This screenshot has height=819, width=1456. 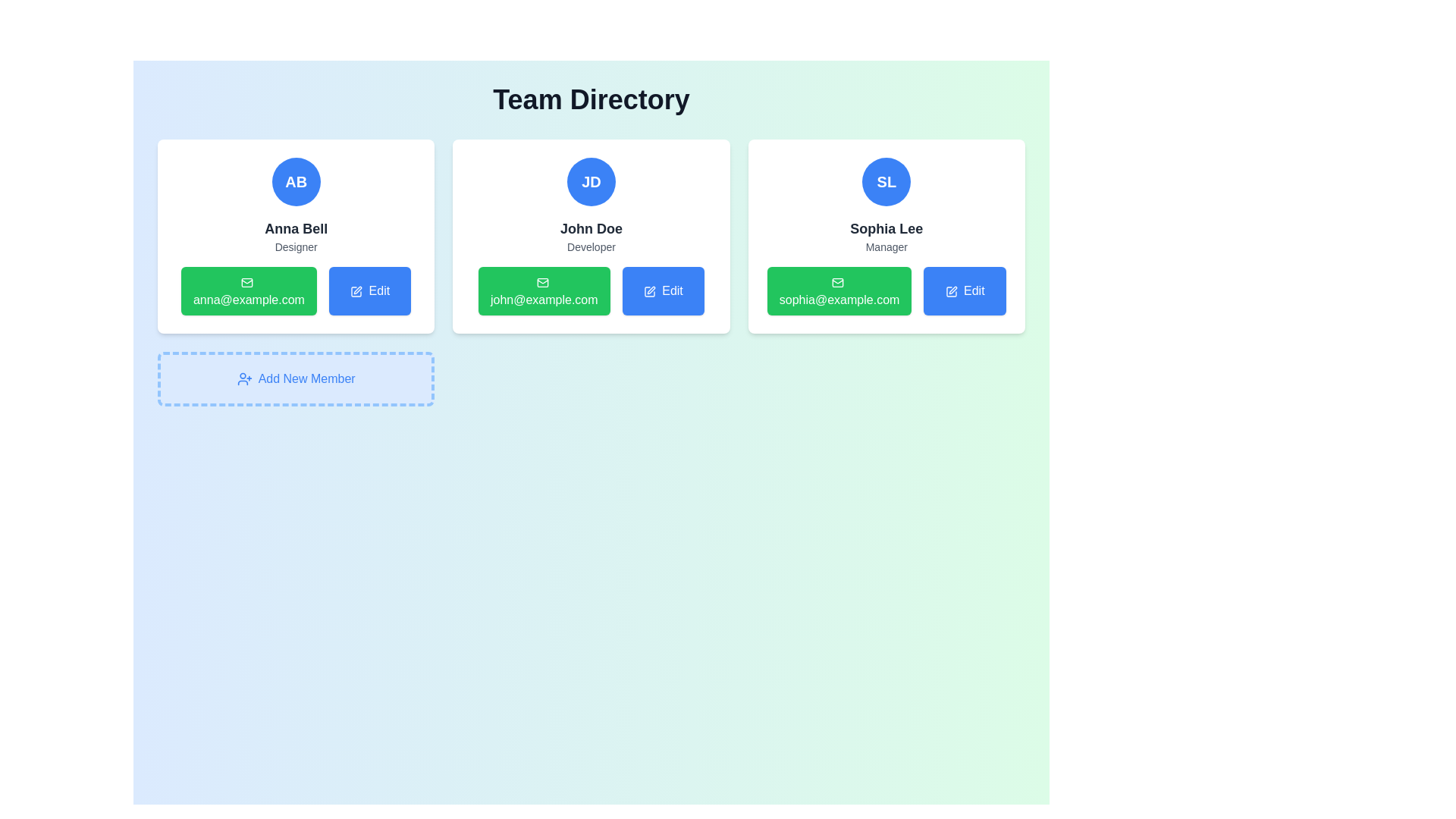 I want to click on the editing icon located on the right-hand side of the 'Edit' button within the card for 'Sophia Lee', so click(x=950, y=291).